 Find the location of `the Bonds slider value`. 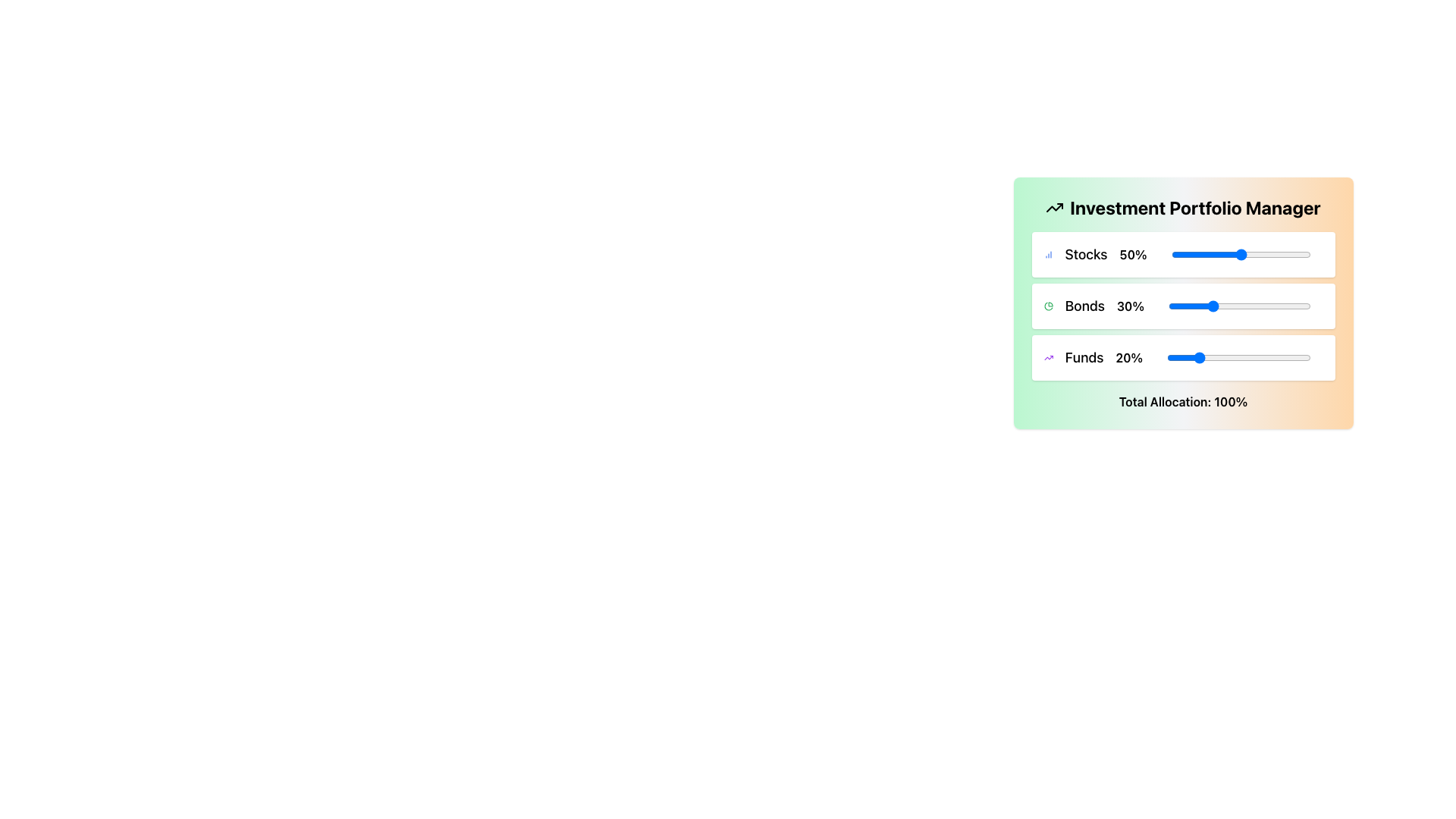

the Bonds slider value is located at coordinates (1249, 306).